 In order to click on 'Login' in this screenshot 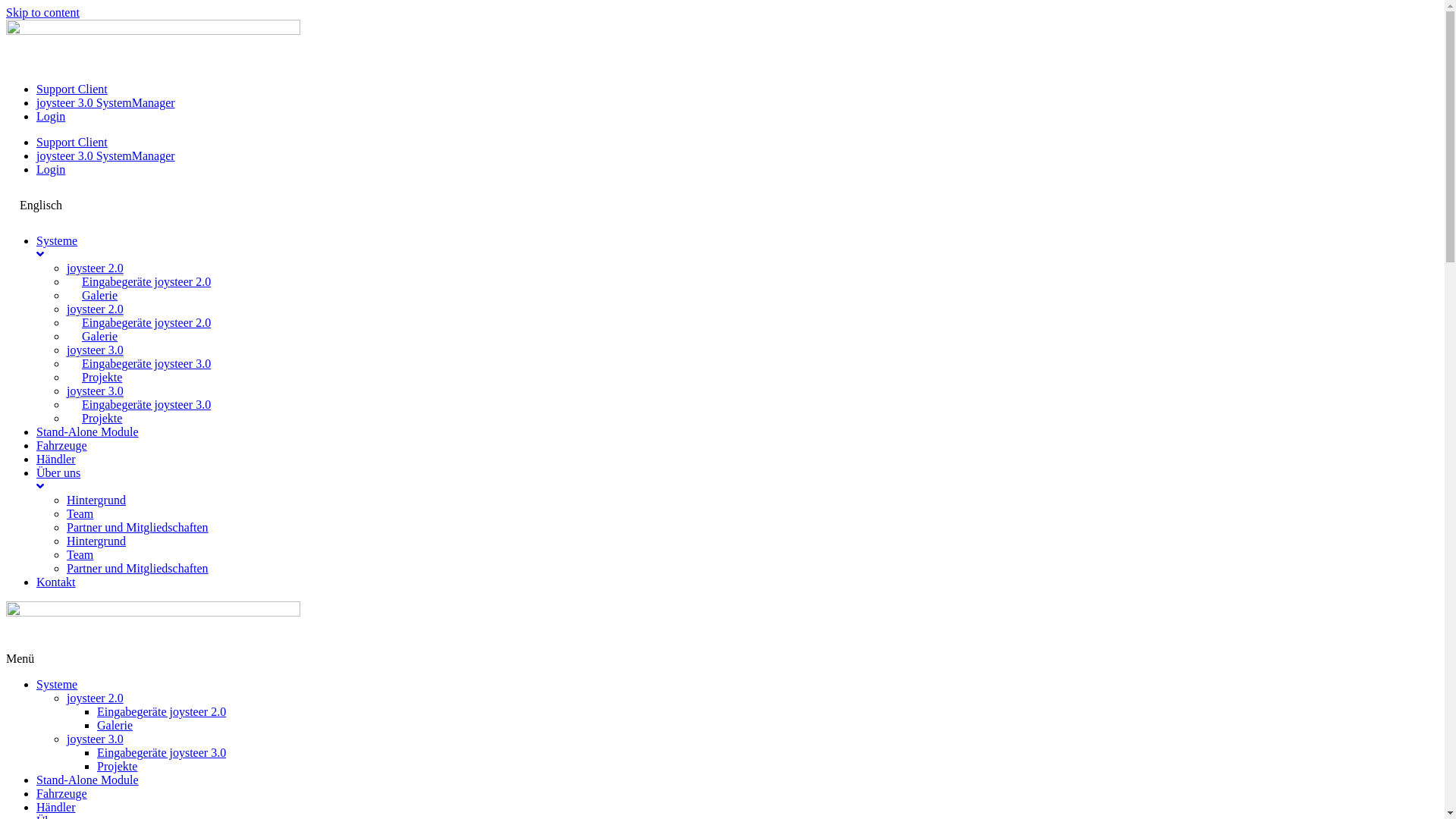, I will do `click(51, 169)`.